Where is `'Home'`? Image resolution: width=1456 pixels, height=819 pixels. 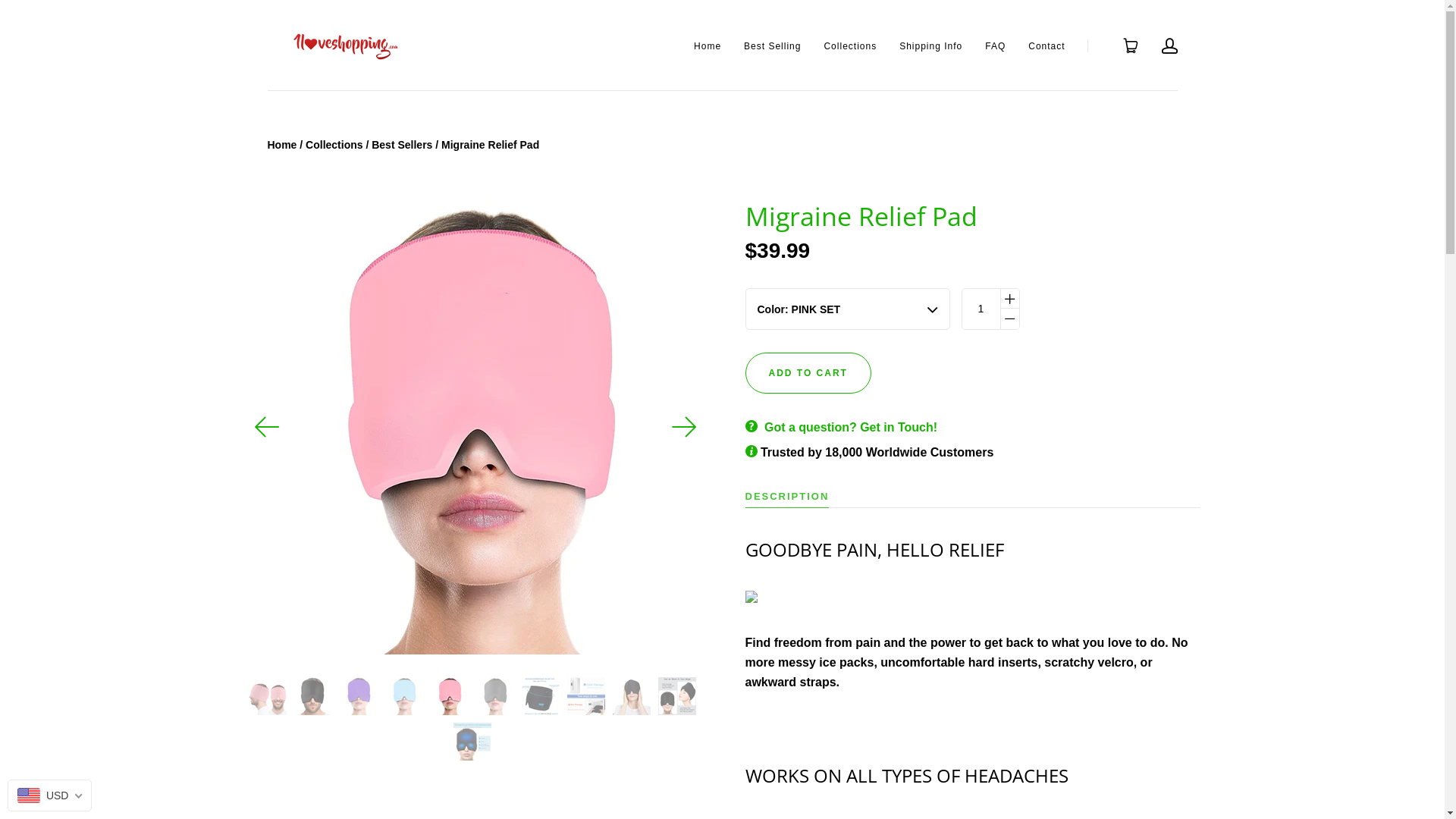
'Home' is located at coordinates (706, 45).